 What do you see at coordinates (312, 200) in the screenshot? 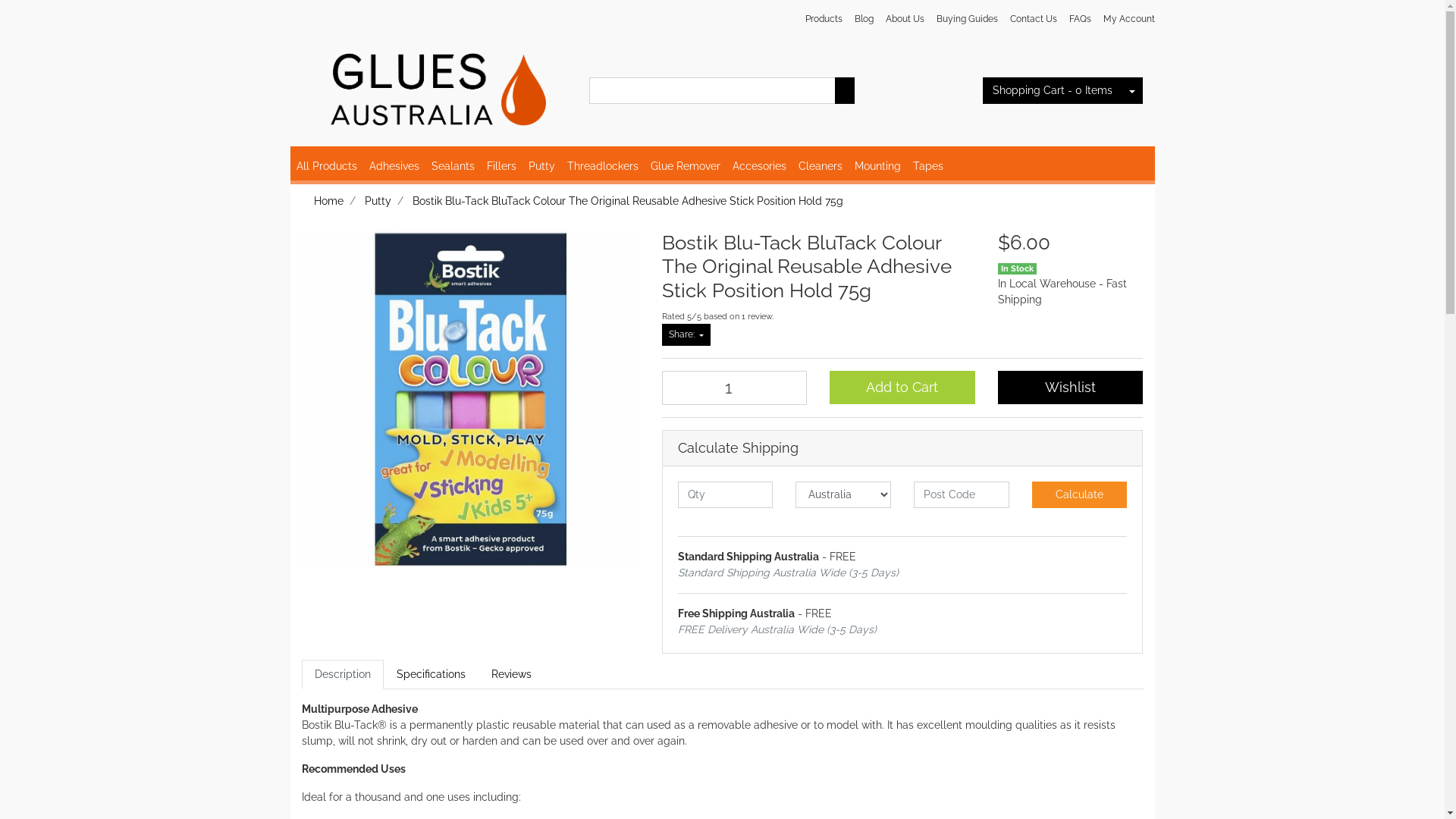
I see `'Home'` at bounding box center [312, 200].